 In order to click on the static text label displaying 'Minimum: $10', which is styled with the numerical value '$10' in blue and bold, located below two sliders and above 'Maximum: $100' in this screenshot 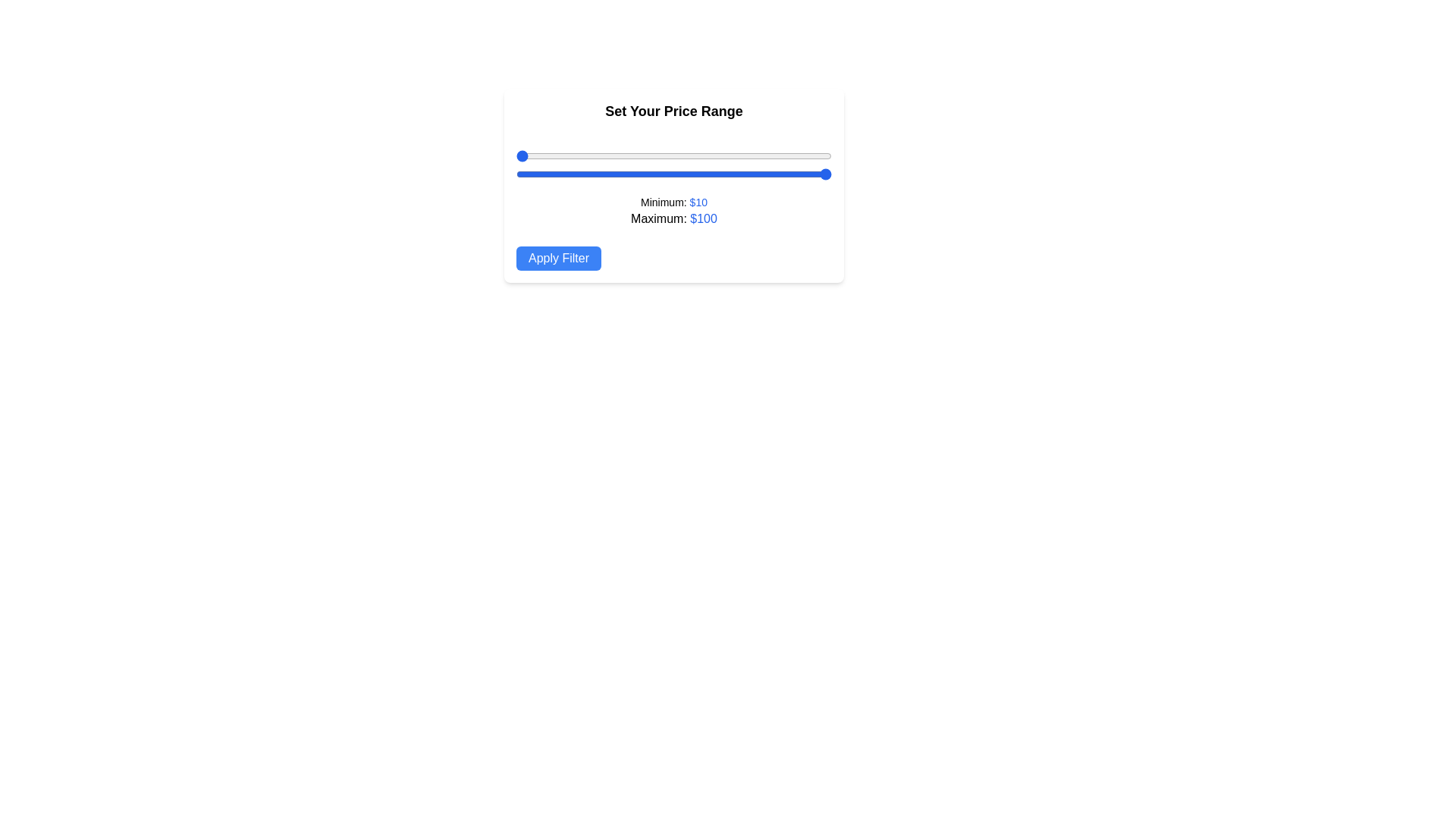, I will do `click(673, 201)`.